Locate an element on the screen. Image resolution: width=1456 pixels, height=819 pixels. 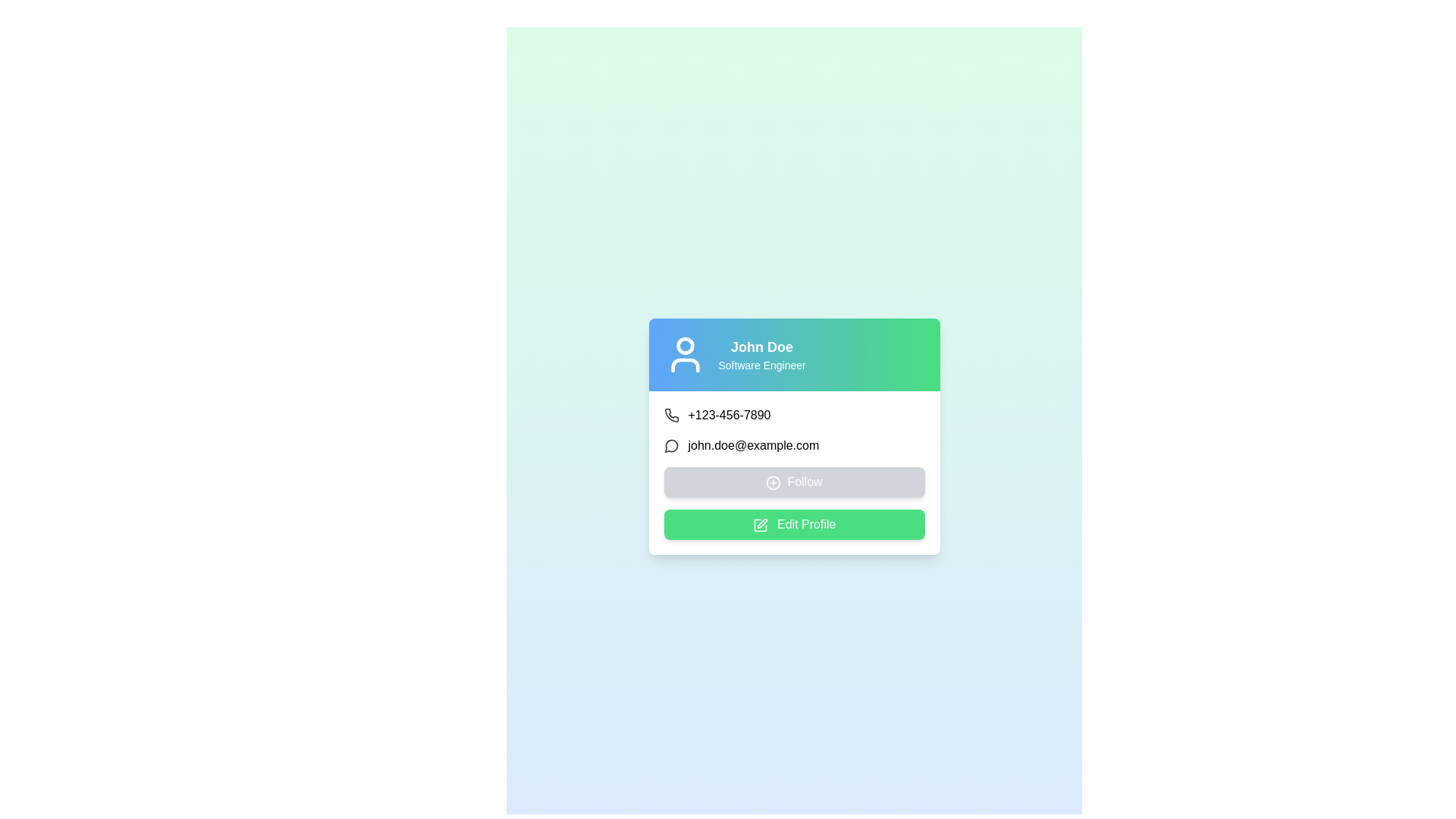
the text display showing 'John Doe' and 'Software Engineer' in the header area of the card layout, located near the upper section, to the right of the user icon is located at coordinates (762, 354).